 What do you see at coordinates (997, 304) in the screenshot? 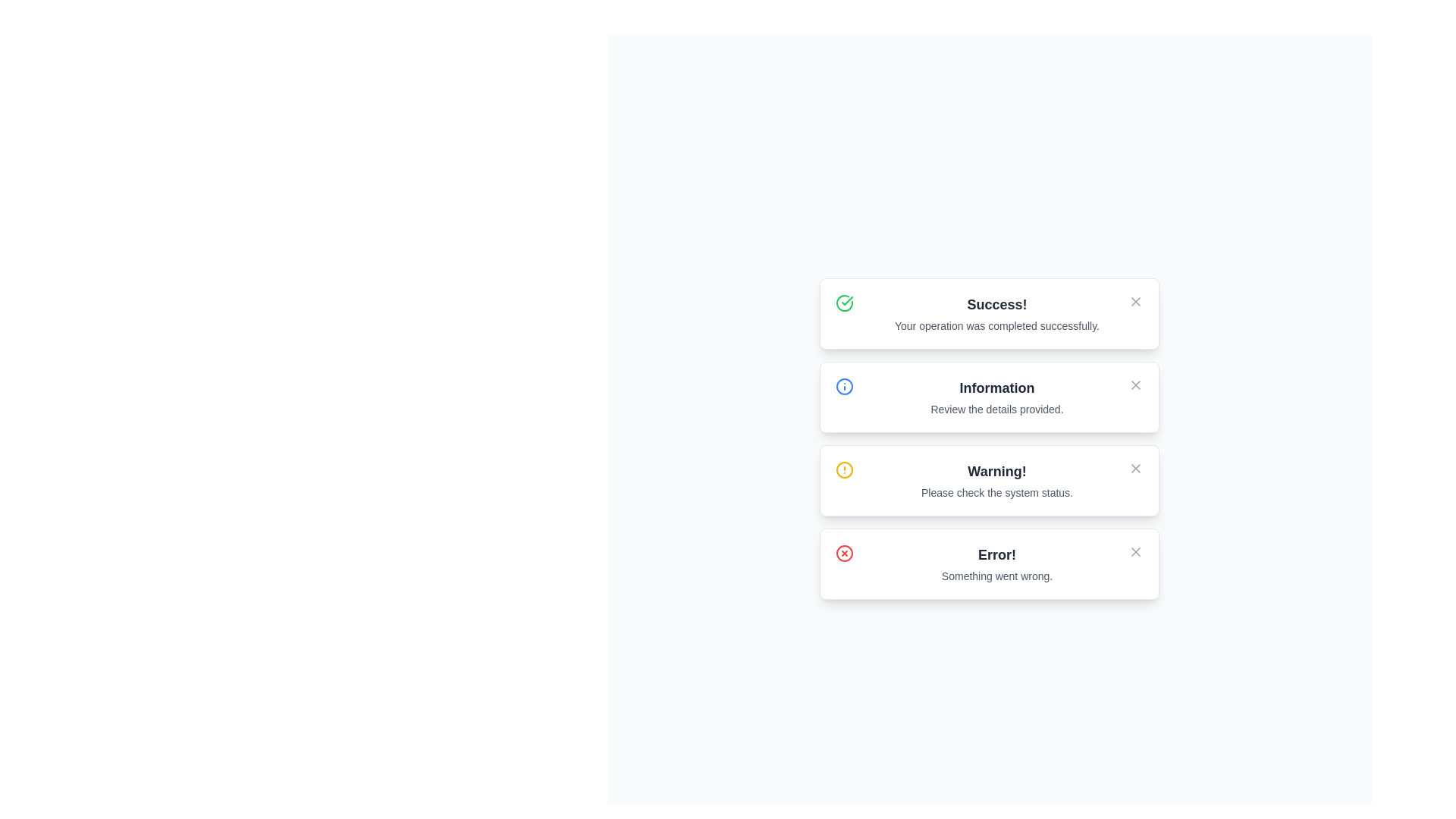
I see `the text component displaying 'Success!' in a bold, larger font style, located at the top of the notification box` at bounding box center [997, 304].